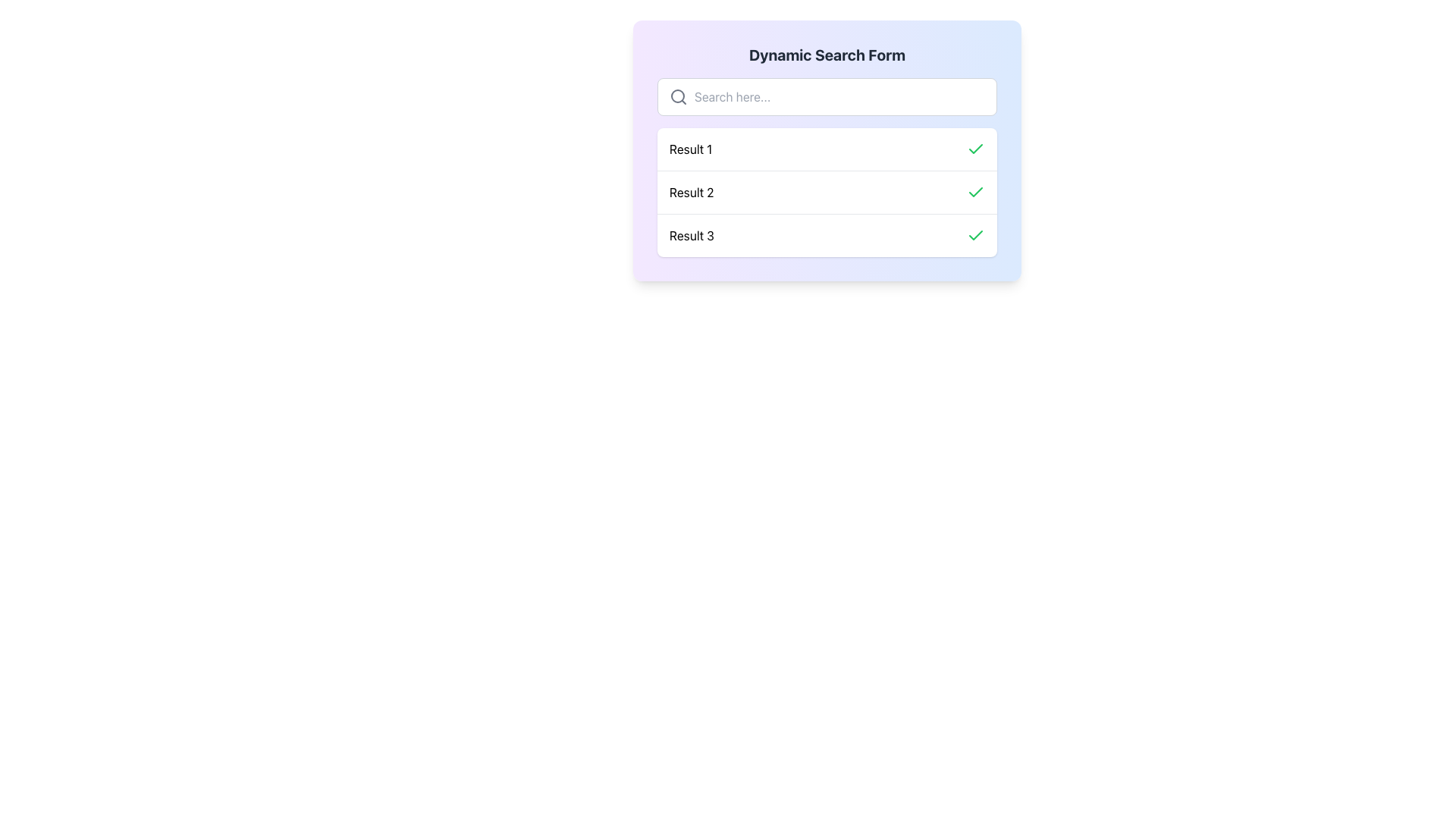 The height and width of the screenshot is (819, 1456). I want to click on the 'Result 2' text label, which is the second item in a vertically stacked list of result labels, so click(691, 192).